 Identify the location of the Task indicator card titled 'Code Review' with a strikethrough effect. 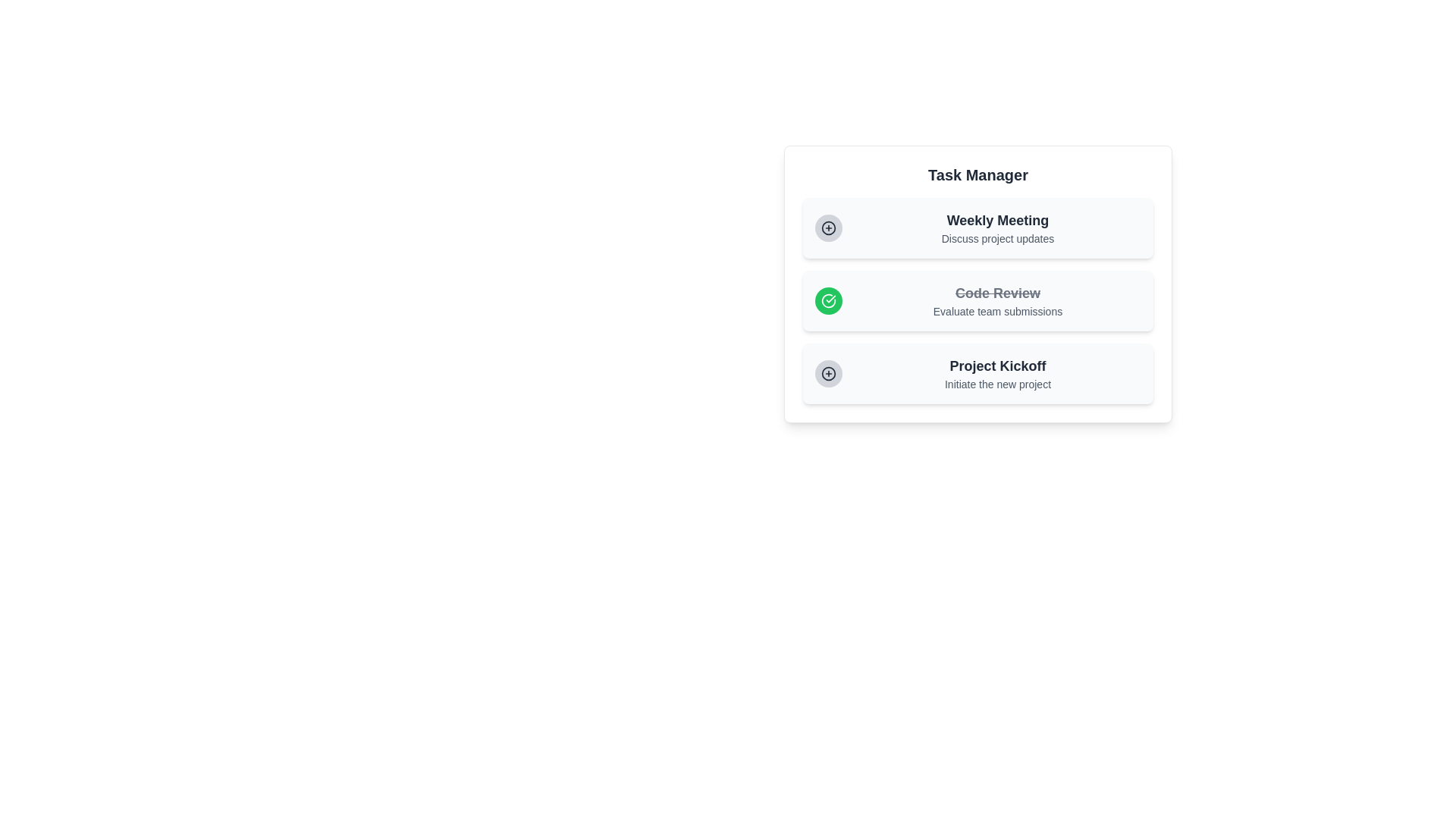
(978, 284).